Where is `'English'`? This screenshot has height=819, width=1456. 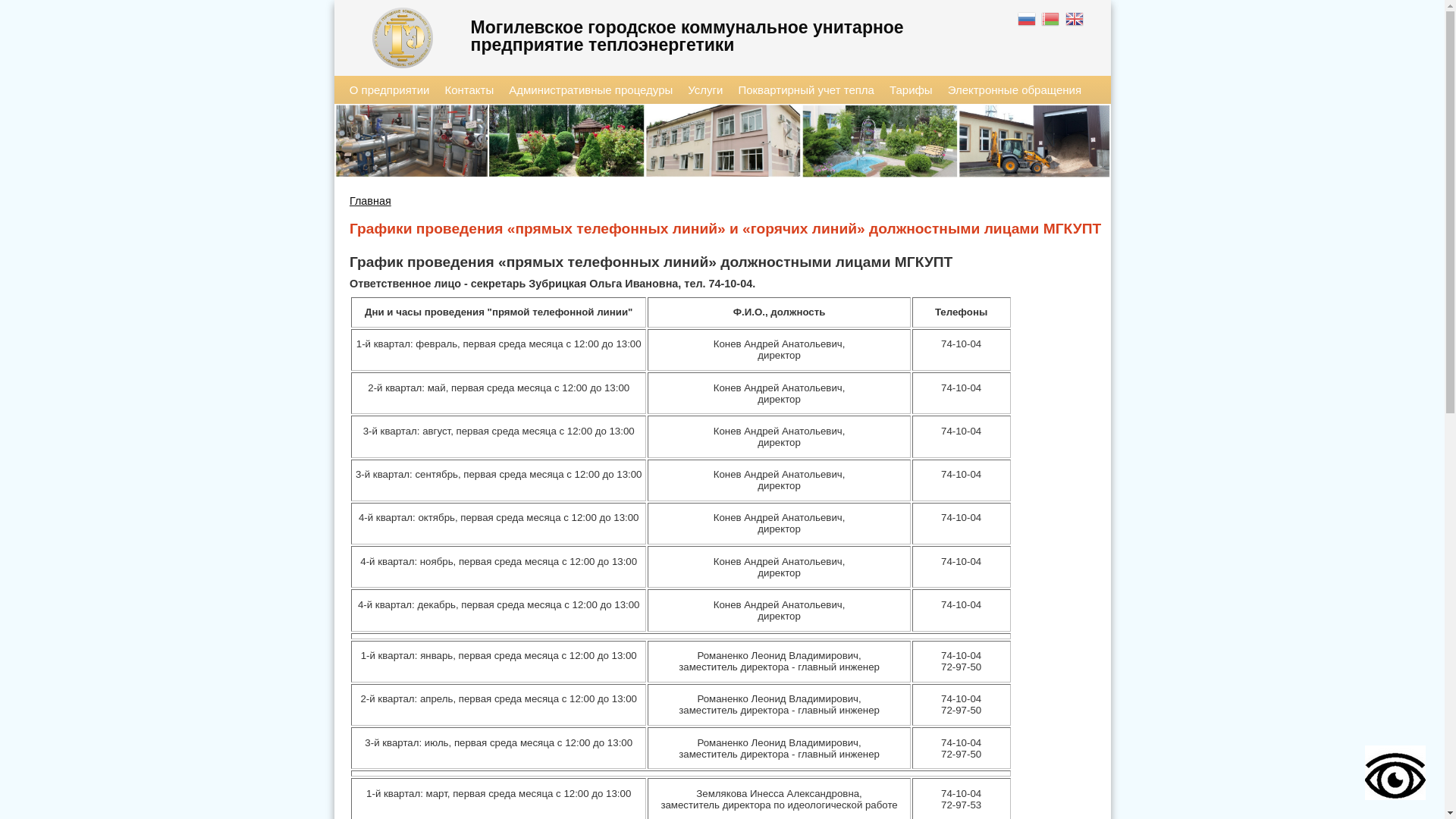 'English' is located at coordinates (1074, 20).